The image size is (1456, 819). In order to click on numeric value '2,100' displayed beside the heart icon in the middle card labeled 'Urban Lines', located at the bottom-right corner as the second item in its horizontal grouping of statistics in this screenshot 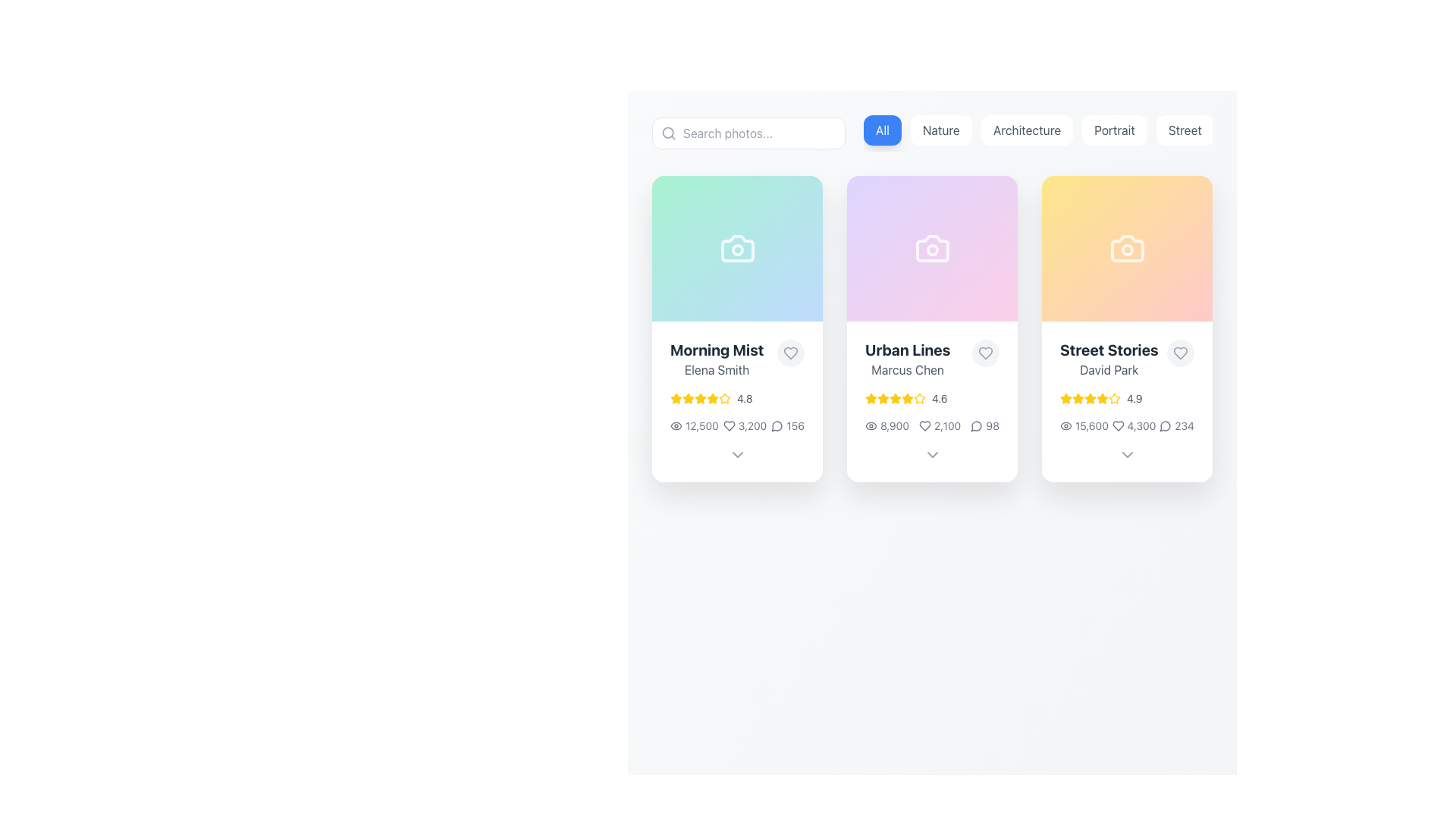, I will do `click(939, 426)`.